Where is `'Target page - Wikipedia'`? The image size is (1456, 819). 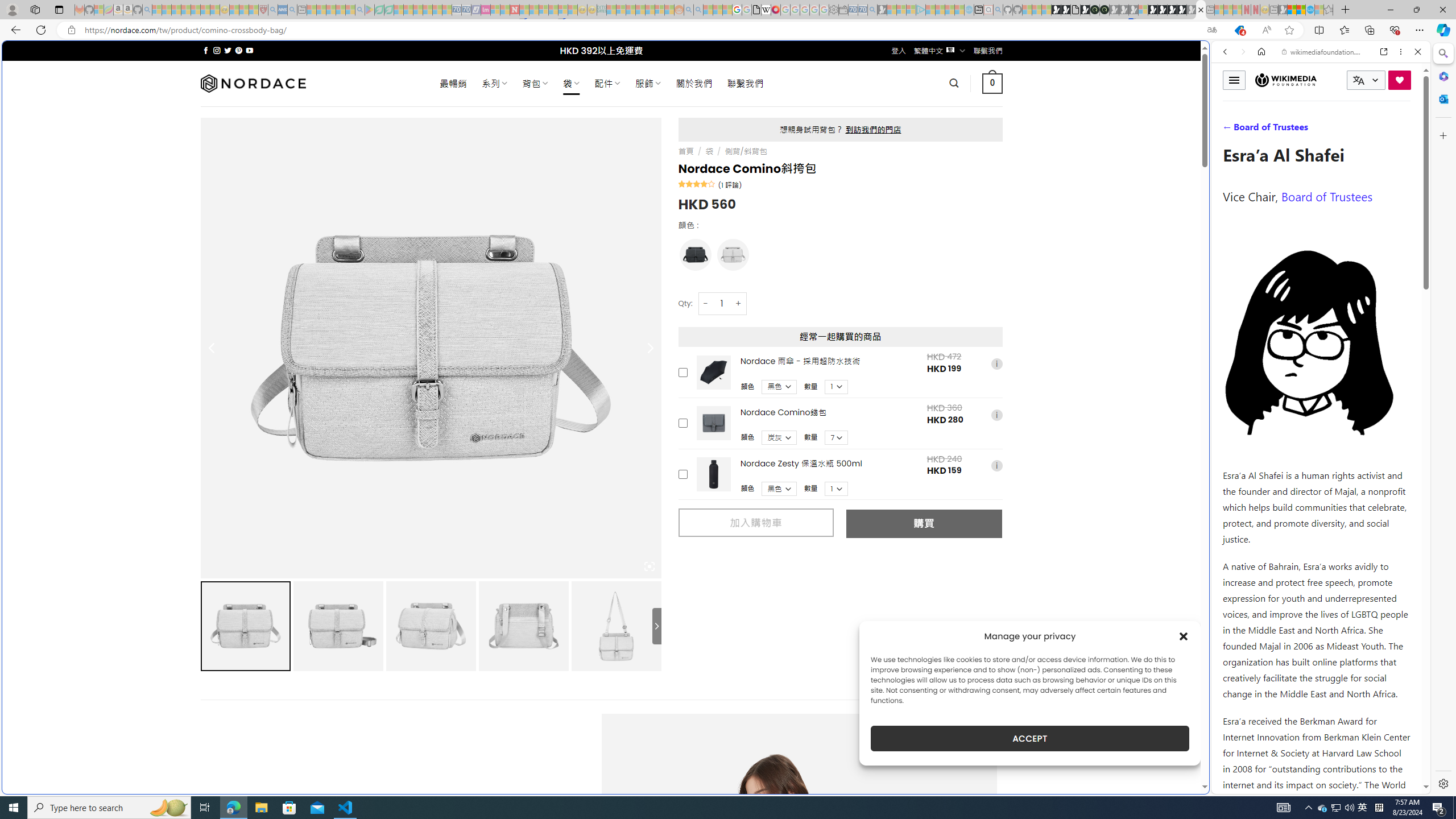
'Target page - Wikipedia' is located at coordinates (766, 9).